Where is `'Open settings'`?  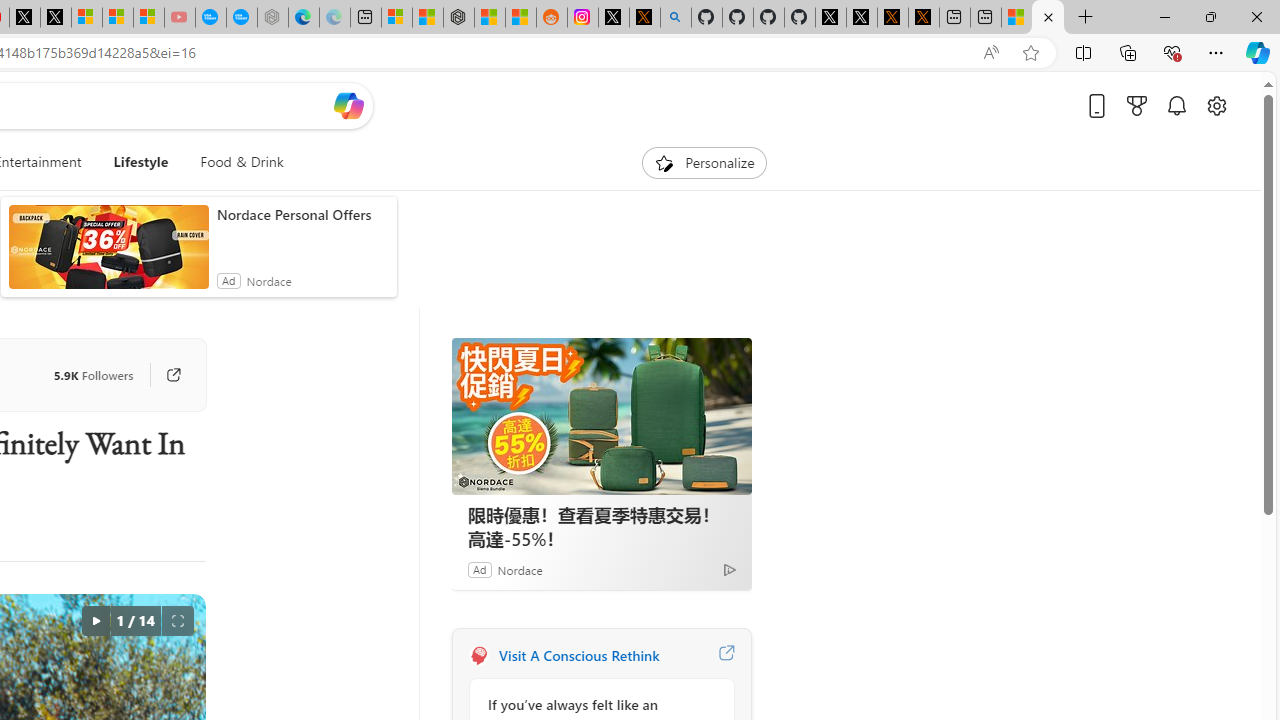 'Open settings' is located at coordinates (1215, 105).